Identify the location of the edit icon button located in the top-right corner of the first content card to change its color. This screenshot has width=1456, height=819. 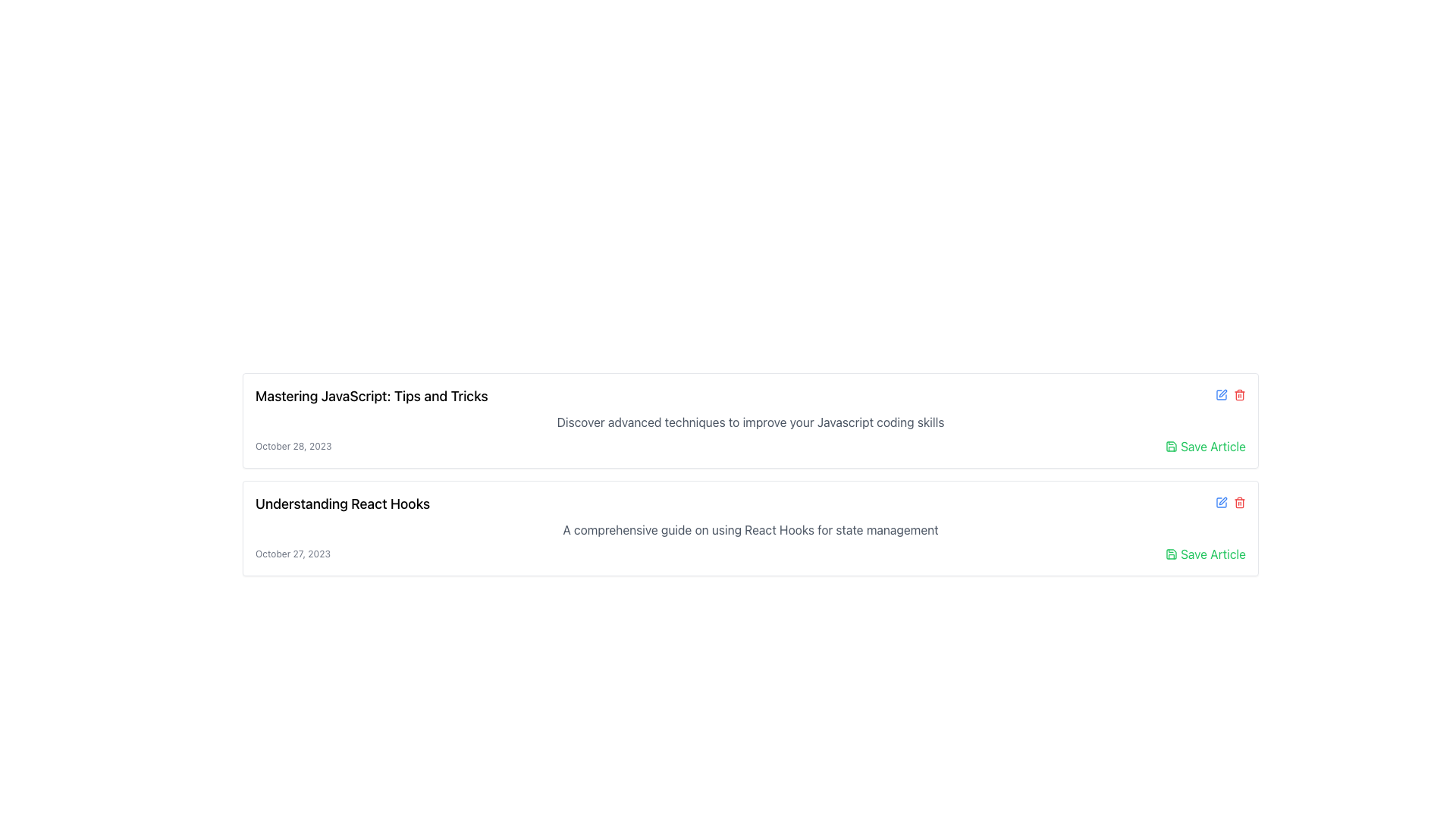
(1222, 394).